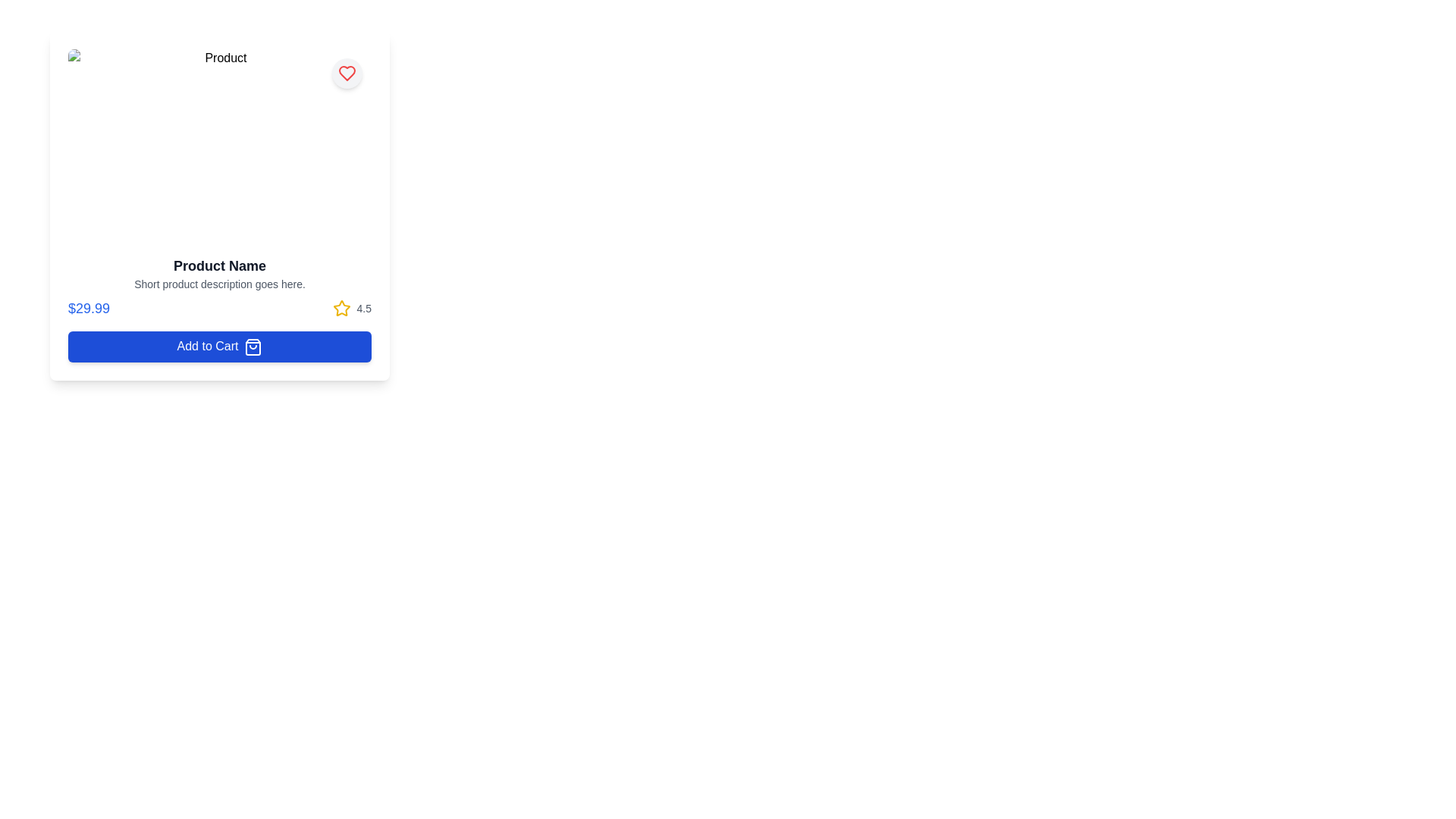 Image resolution: width=1456 pixels, height=819 pixels. I want to click on the heart-shaped icon with a hollow center, located in the top right corner of the product card, which represents a favorite function, so click(346, 73).